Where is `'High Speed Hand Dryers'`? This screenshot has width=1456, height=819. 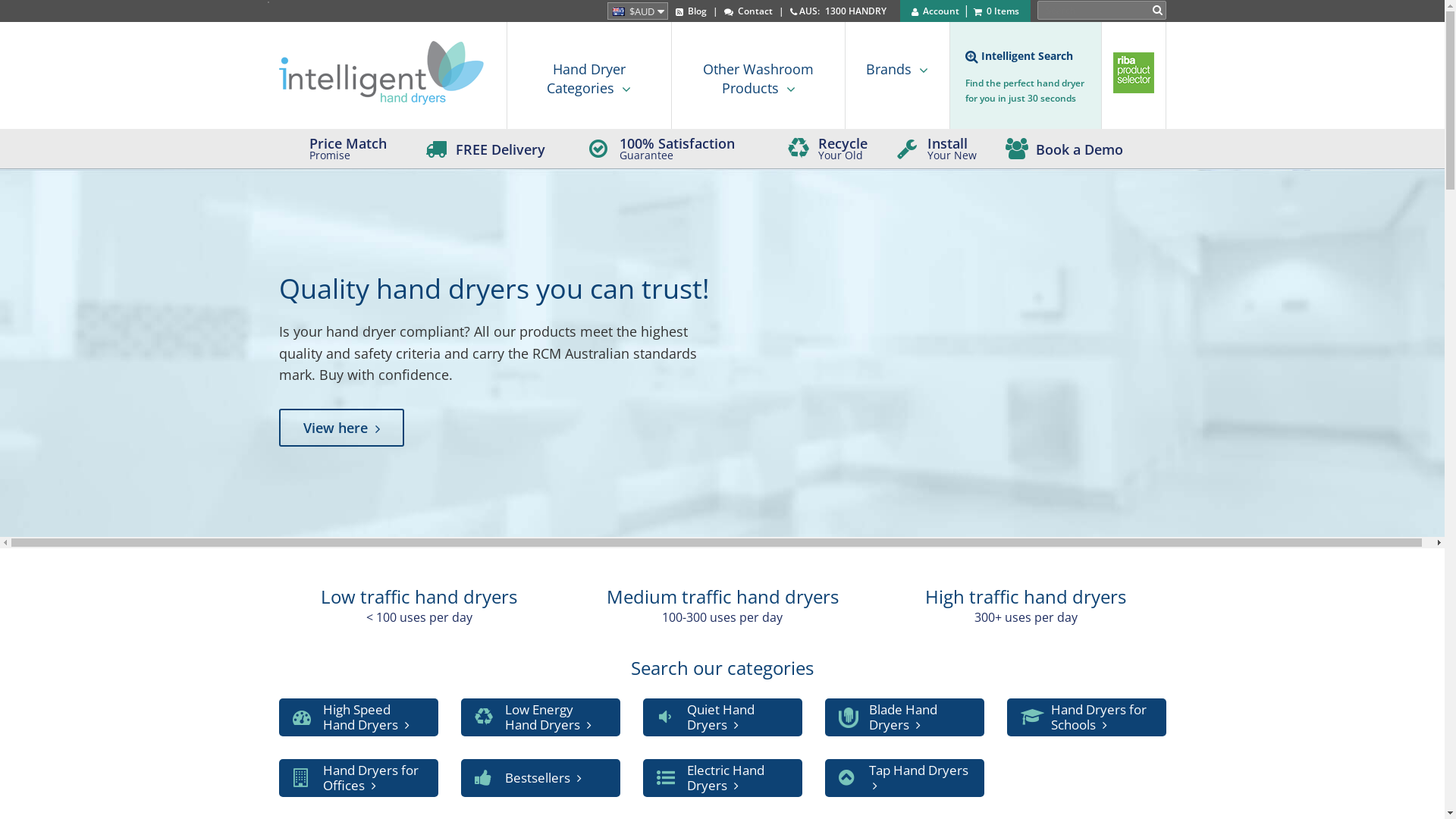
'High Speed Hand Dryers' is located at coordinates (358, 717).